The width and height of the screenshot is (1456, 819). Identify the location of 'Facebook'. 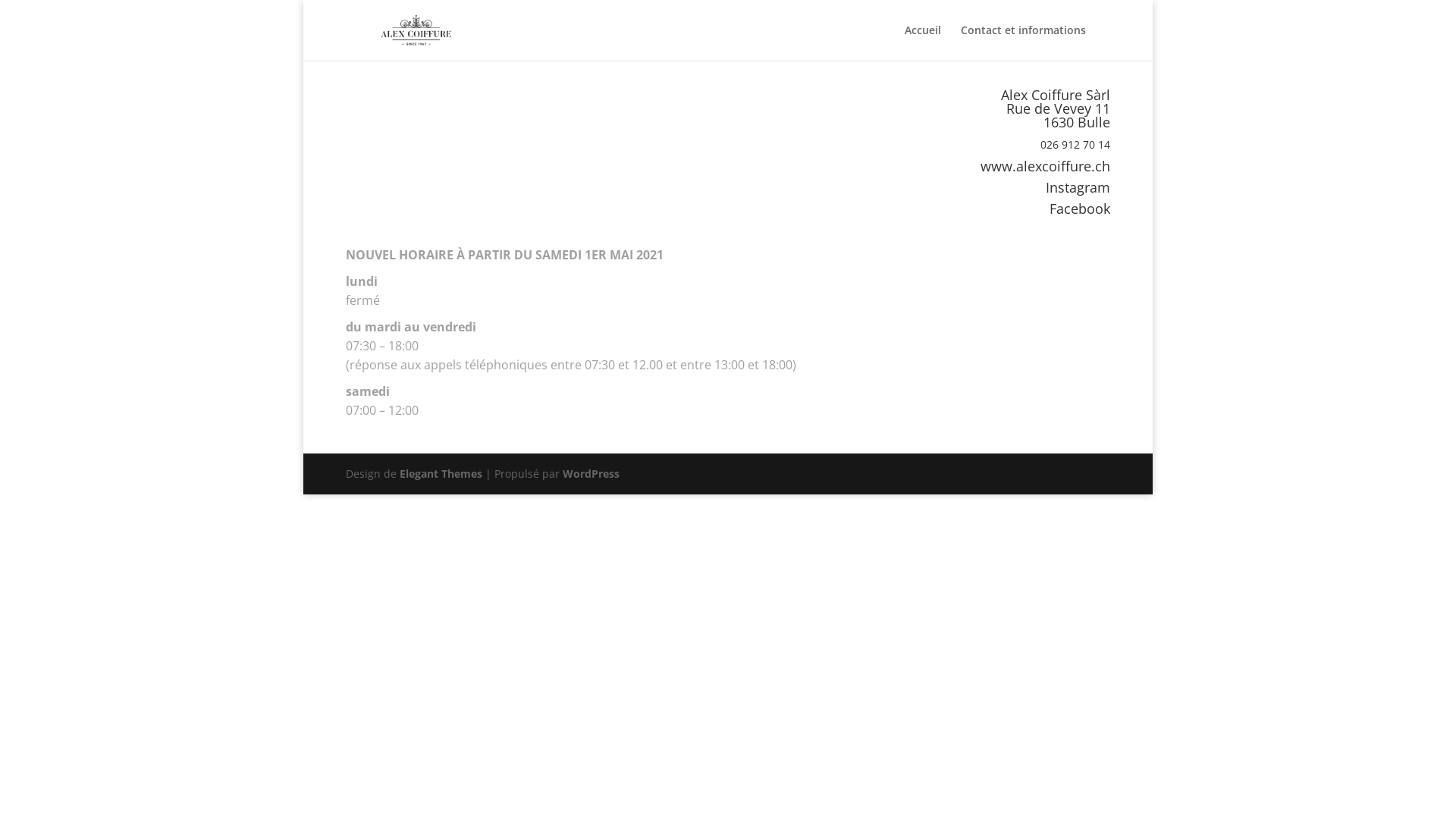
(1079, 208).